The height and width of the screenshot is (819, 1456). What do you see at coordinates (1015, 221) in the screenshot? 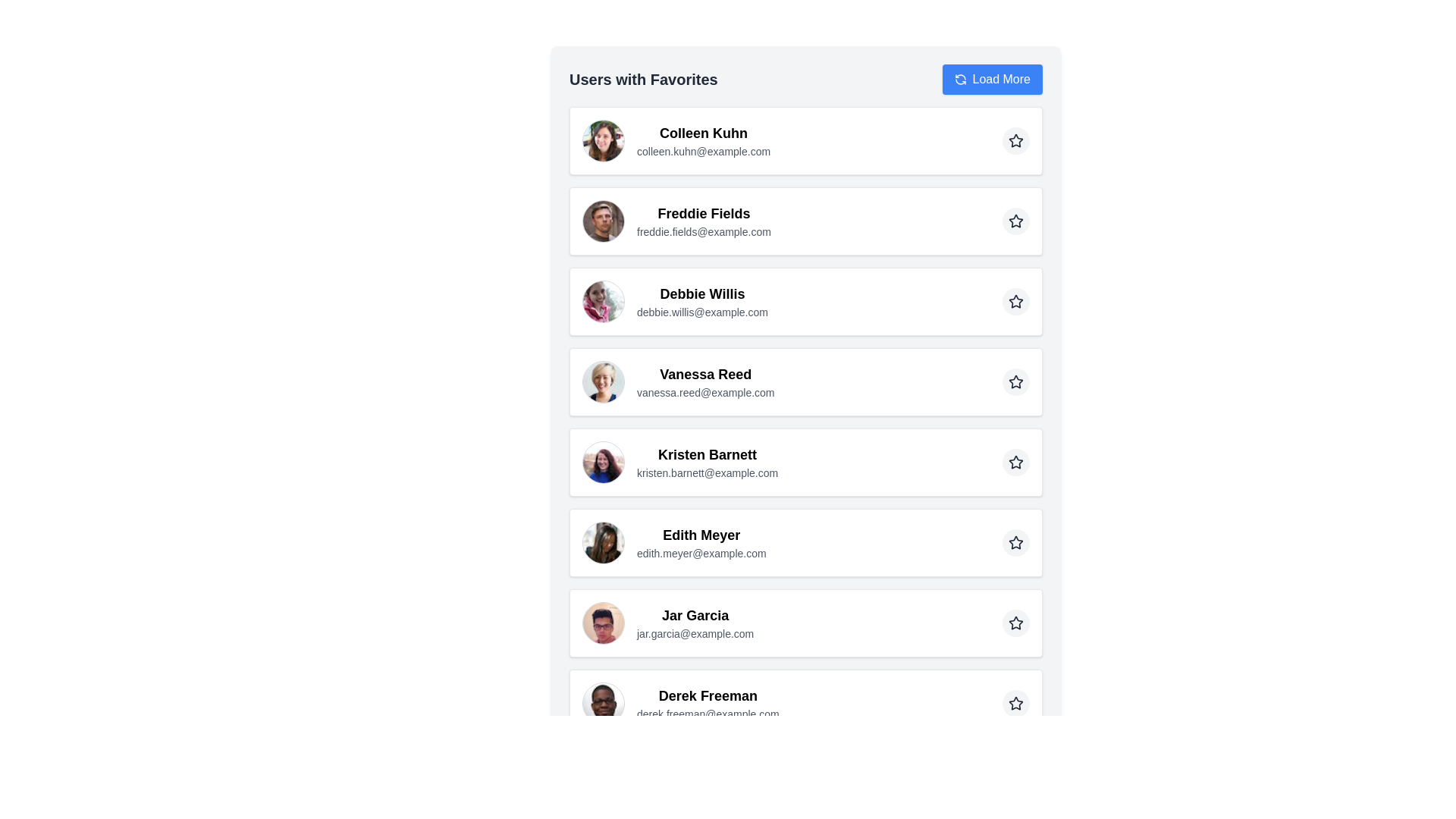
I see `the star-shaped icon button located to the right of 'Freddie Fields' name and email in the user listing interface to potentially see a tooltip or highlight effect` at bounding box center [1015, 221].